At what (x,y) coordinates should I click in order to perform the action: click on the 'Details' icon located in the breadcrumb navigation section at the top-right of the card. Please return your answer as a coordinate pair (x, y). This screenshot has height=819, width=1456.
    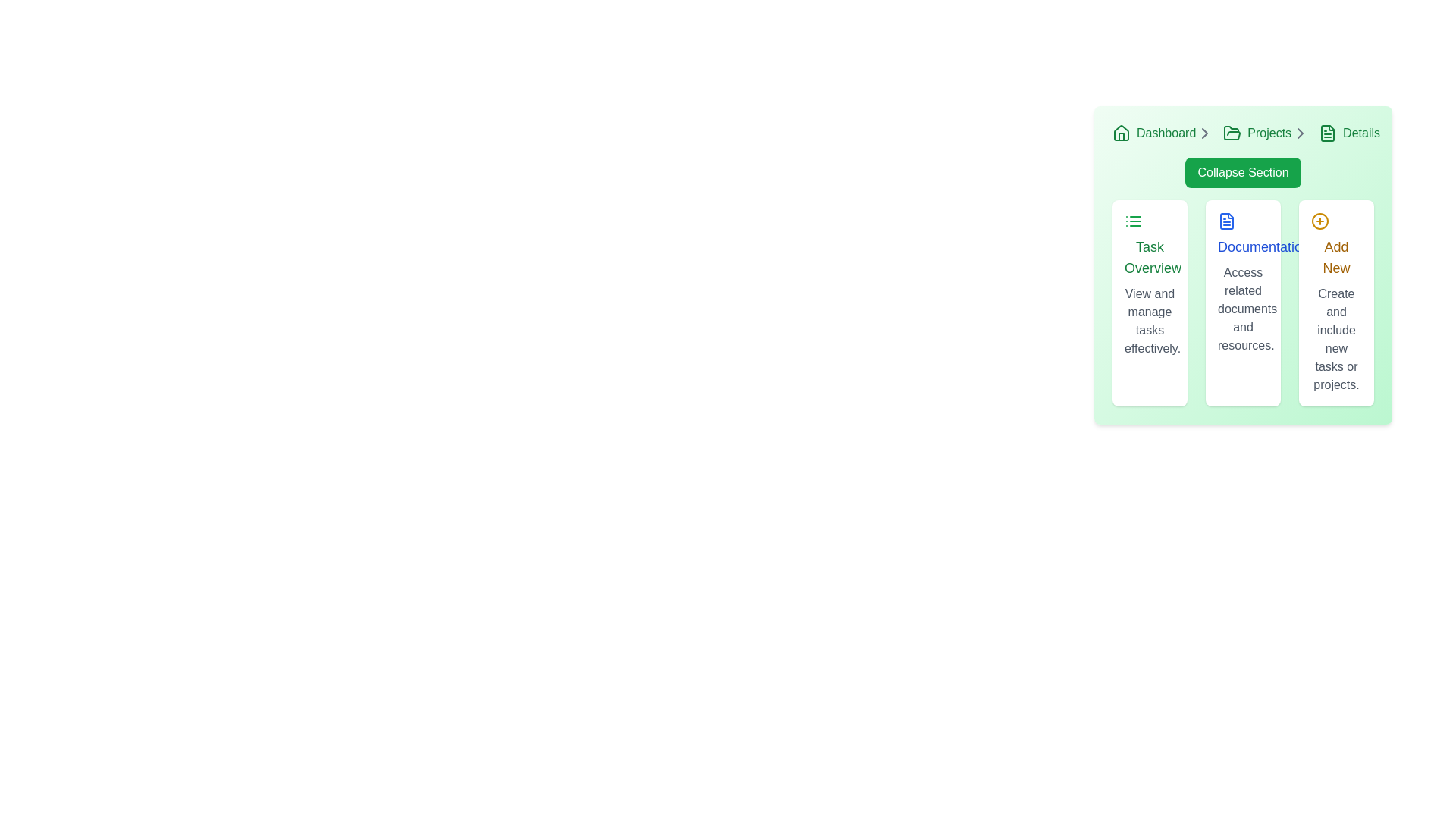
    Looking at the image, I should click on (1327, 133).